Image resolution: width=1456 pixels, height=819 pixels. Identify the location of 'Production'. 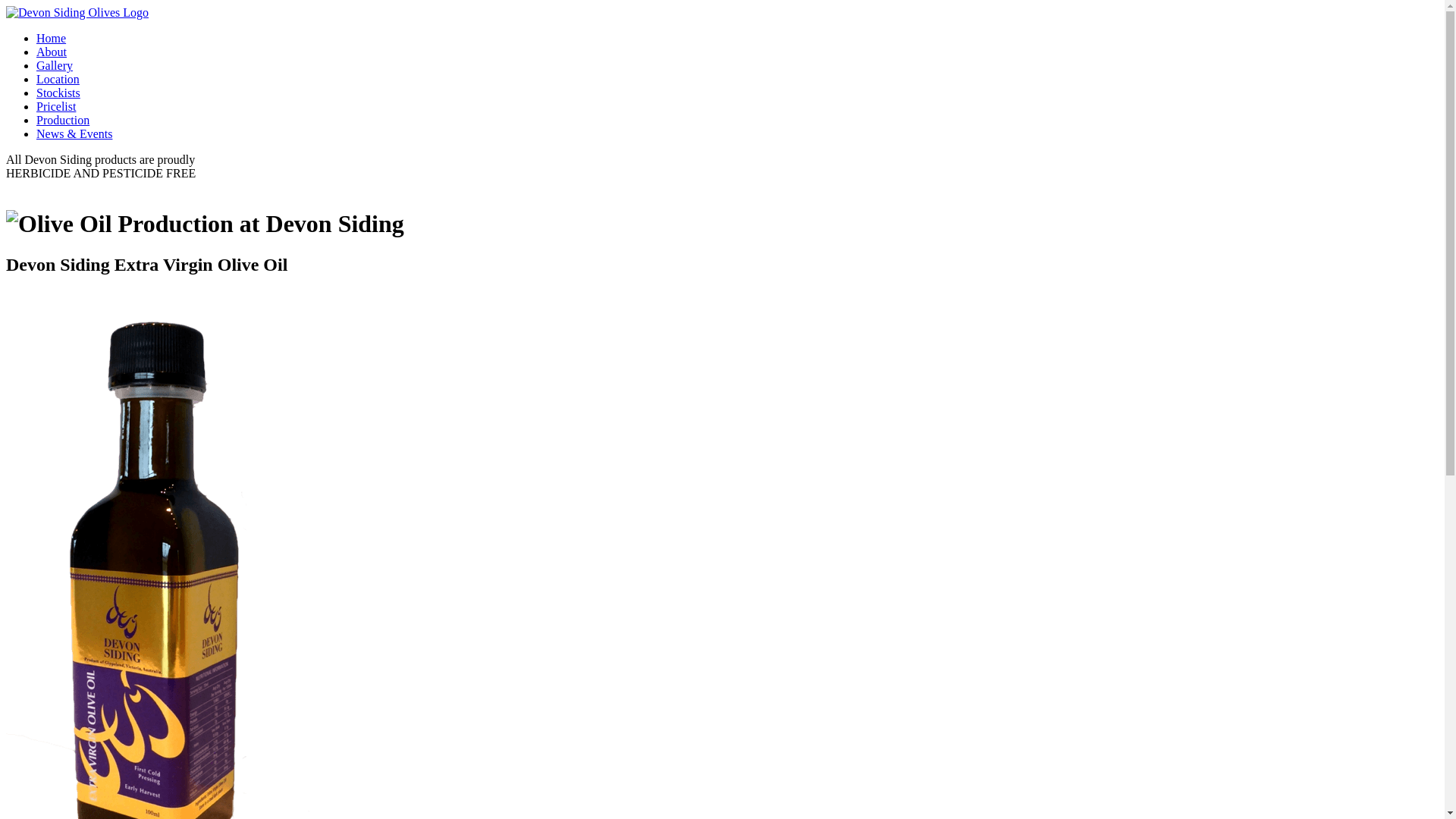
(61, 119).